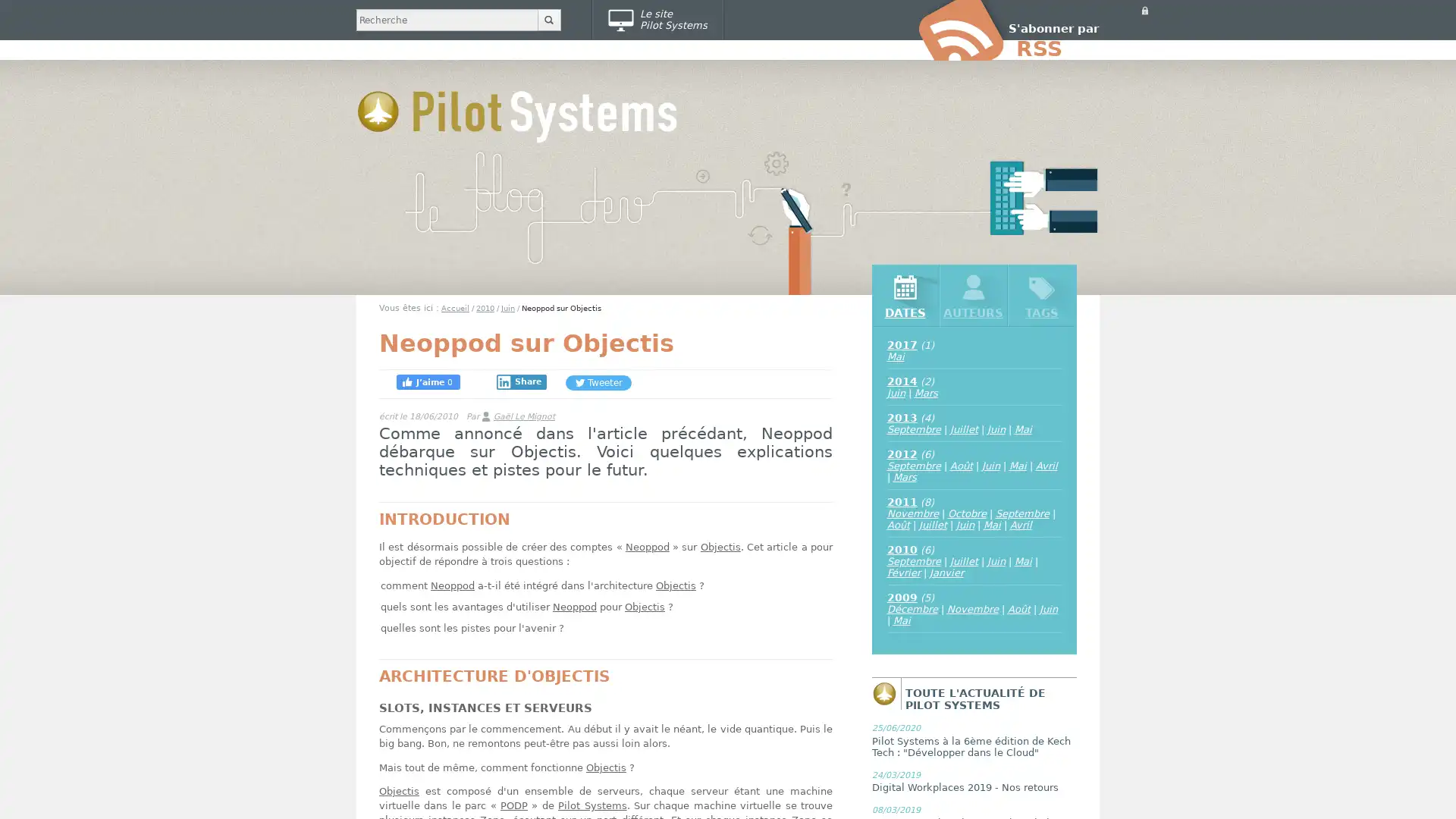  I want to click on Rechercher, so click(548, 20).